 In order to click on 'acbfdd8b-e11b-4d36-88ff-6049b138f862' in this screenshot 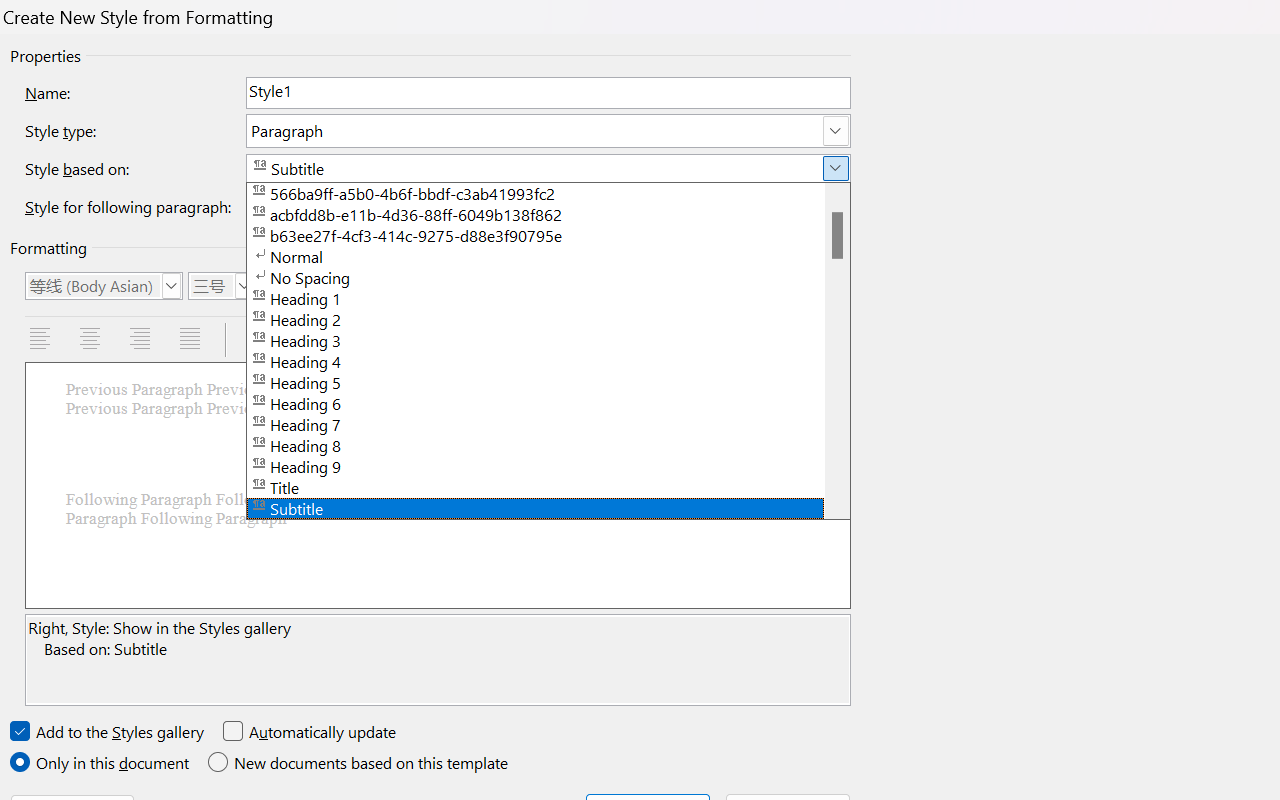, I will do `click(548, 213)`.